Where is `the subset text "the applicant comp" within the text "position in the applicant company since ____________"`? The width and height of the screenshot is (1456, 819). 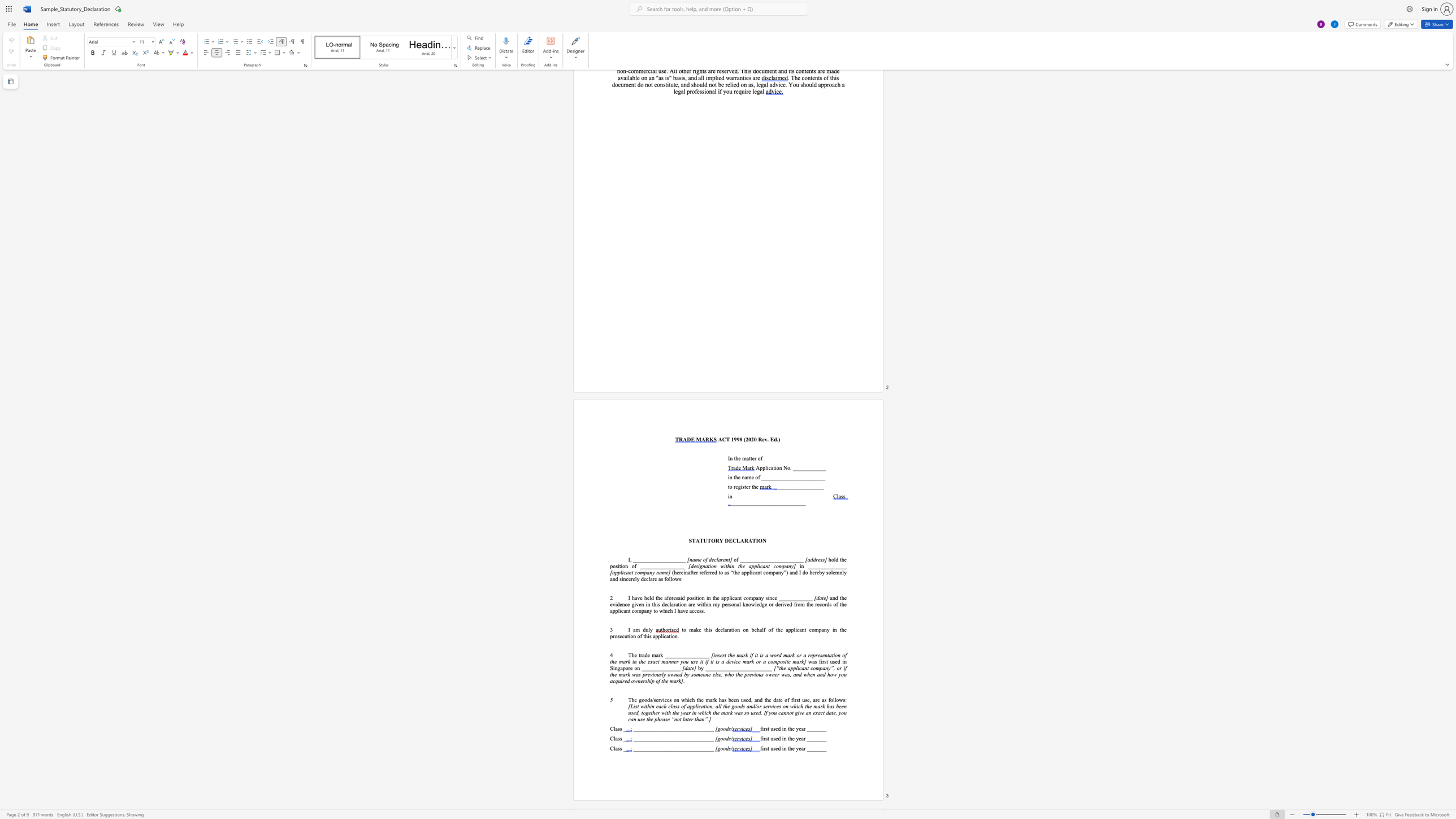 the subset text "the applicant comp" within the text "position in the applicant company since ____________" is located at coordinates (712, 597).